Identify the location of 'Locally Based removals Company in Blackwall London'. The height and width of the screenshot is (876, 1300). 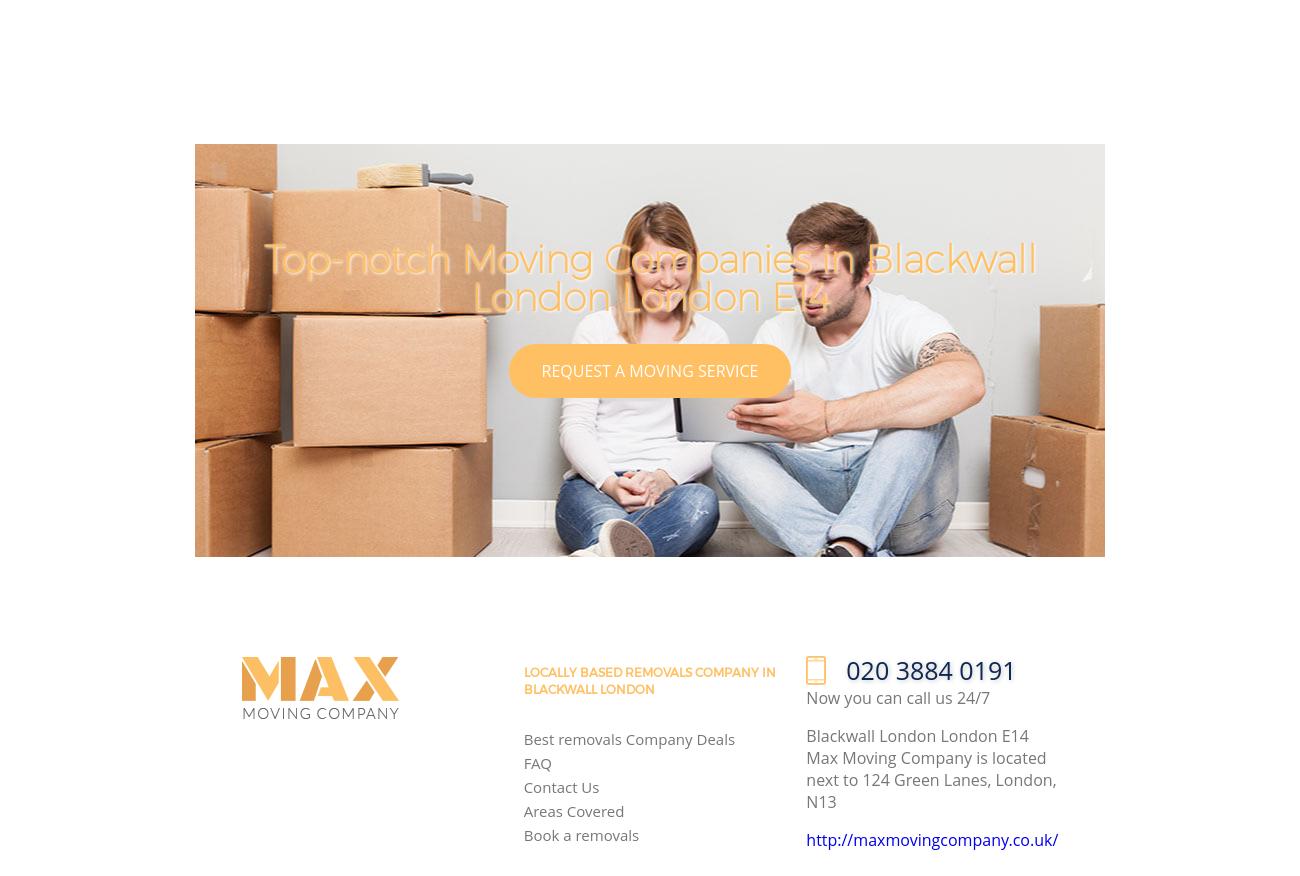
(648, 680).